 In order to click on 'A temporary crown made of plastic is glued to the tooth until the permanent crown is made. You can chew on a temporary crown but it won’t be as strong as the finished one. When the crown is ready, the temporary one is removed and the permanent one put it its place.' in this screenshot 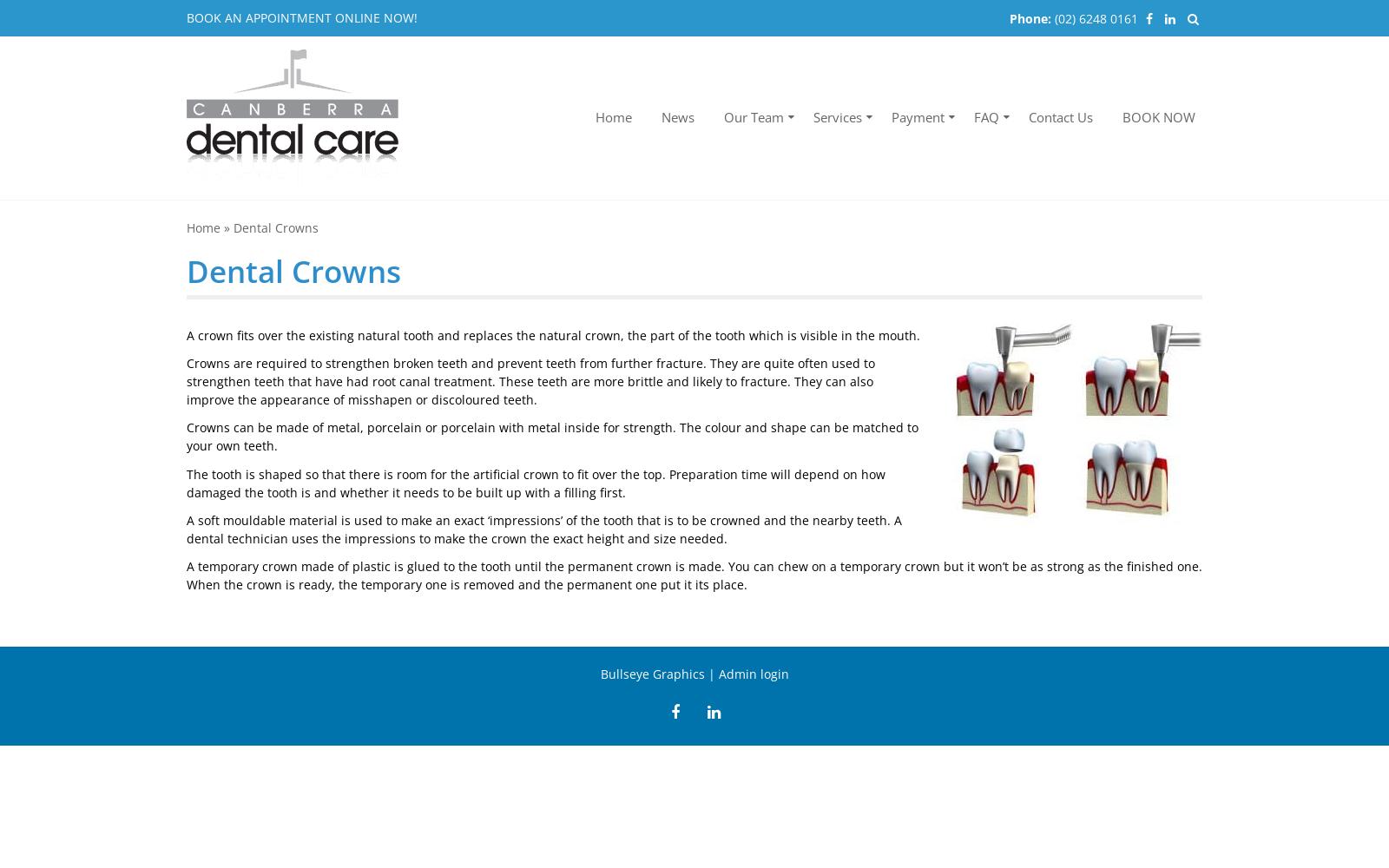, I will do `click(694, 575)`.